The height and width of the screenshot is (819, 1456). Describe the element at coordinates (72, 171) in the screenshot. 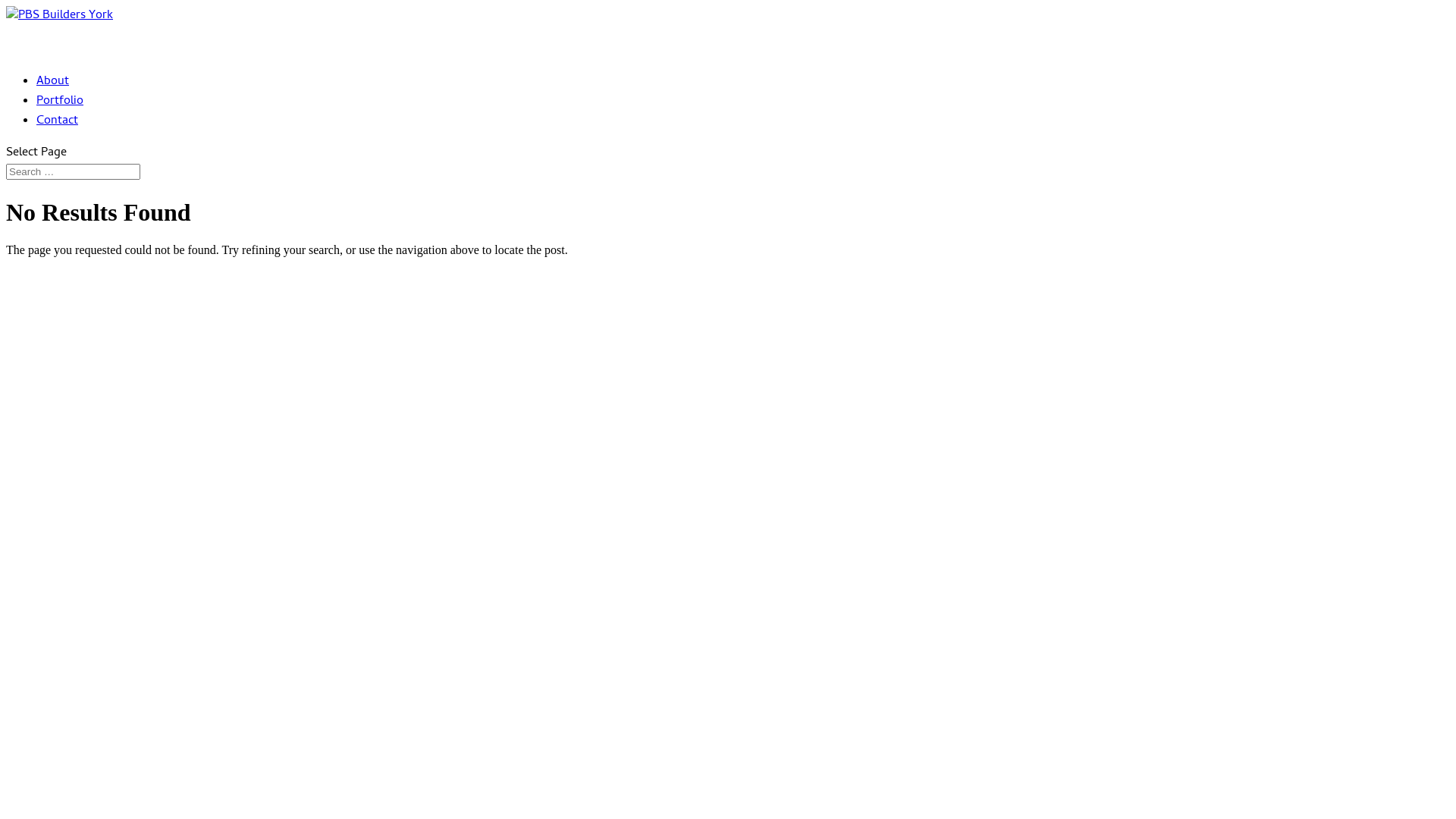

I see `'Search for:'` at that location.